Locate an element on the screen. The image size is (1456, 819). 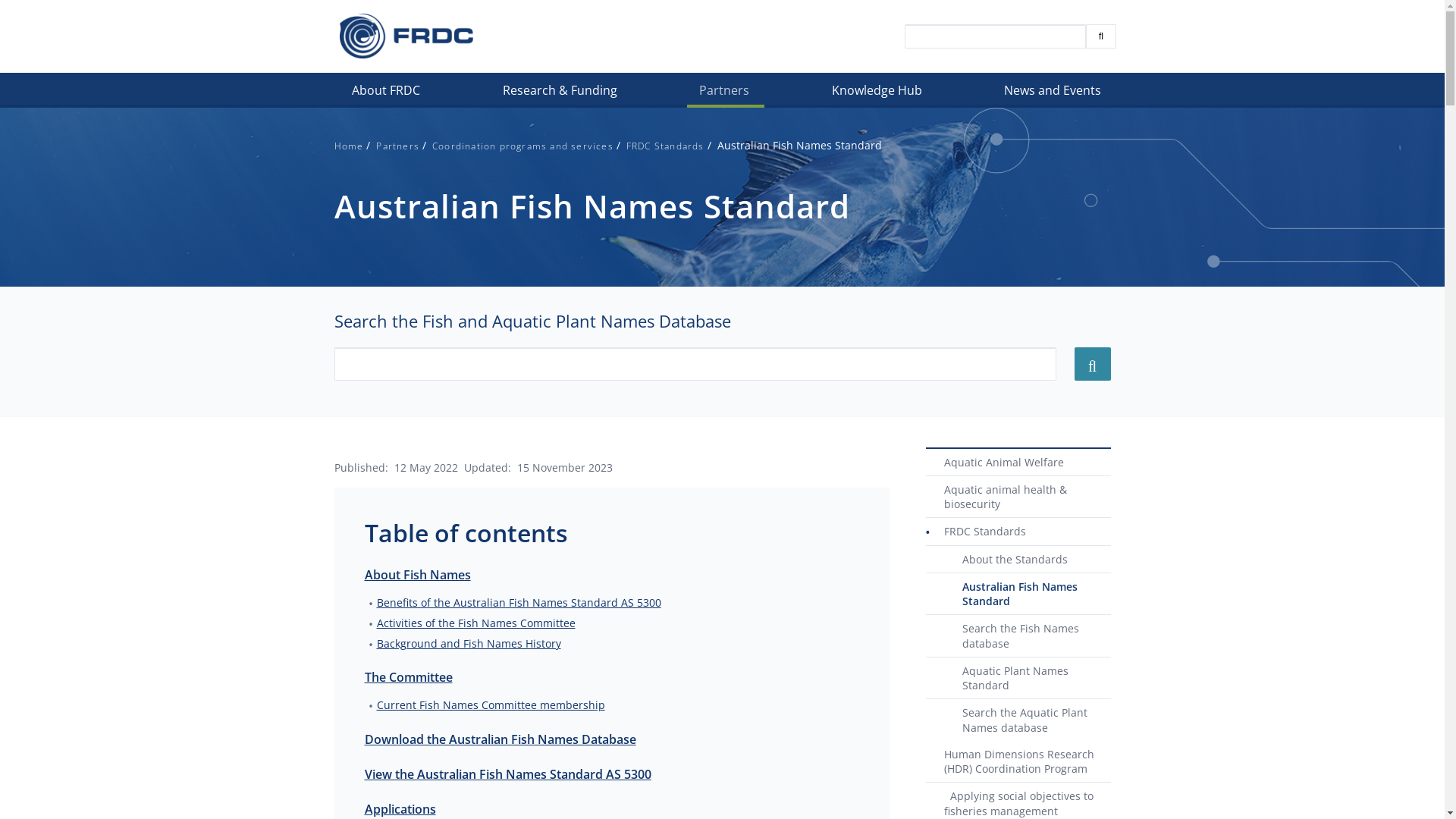
'Partners' is located at coordinates (397, 146).